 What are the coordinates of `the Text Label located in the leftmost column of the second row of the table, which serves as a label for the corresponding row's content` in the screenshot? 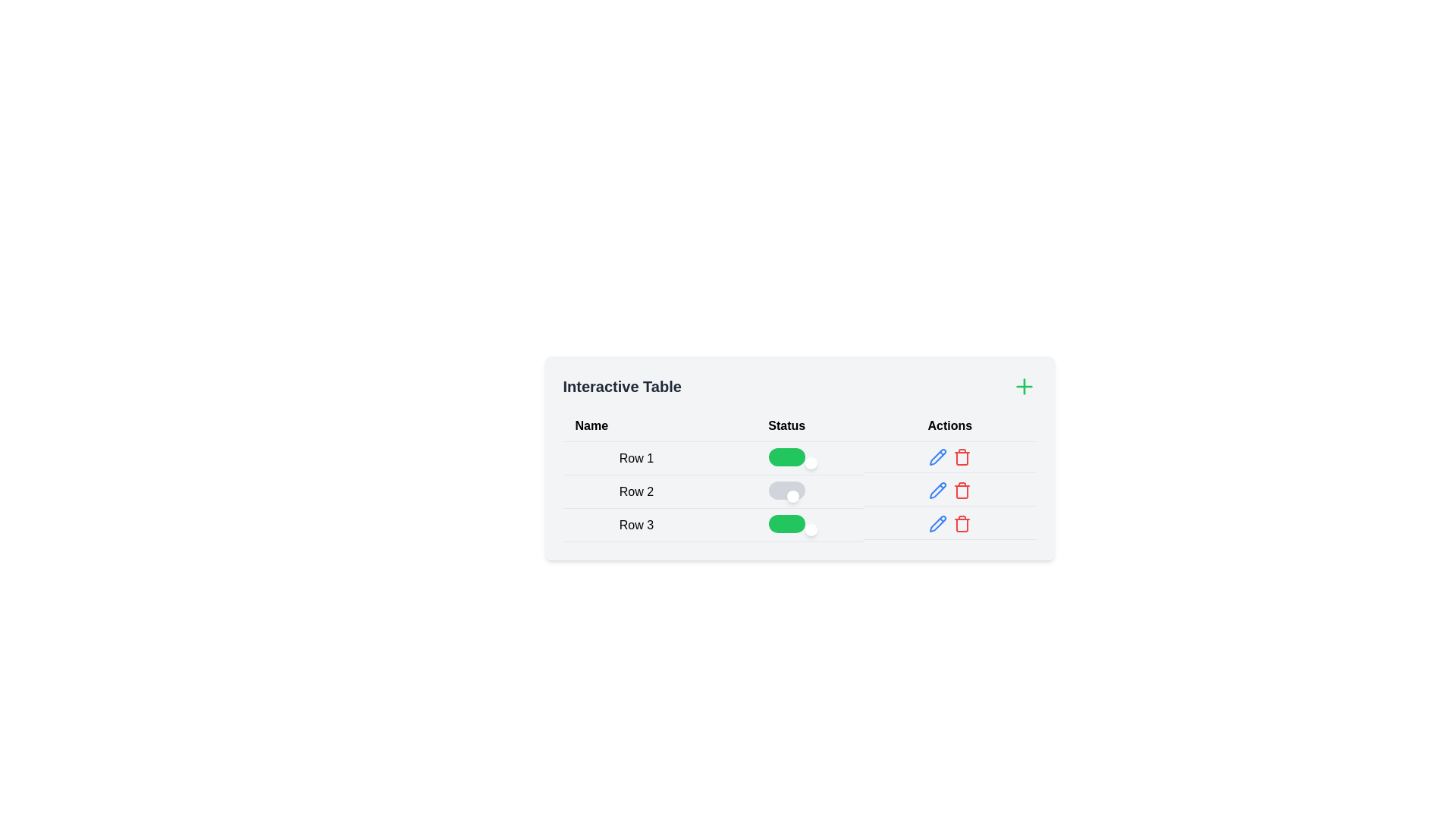 It's located at (636, 491).